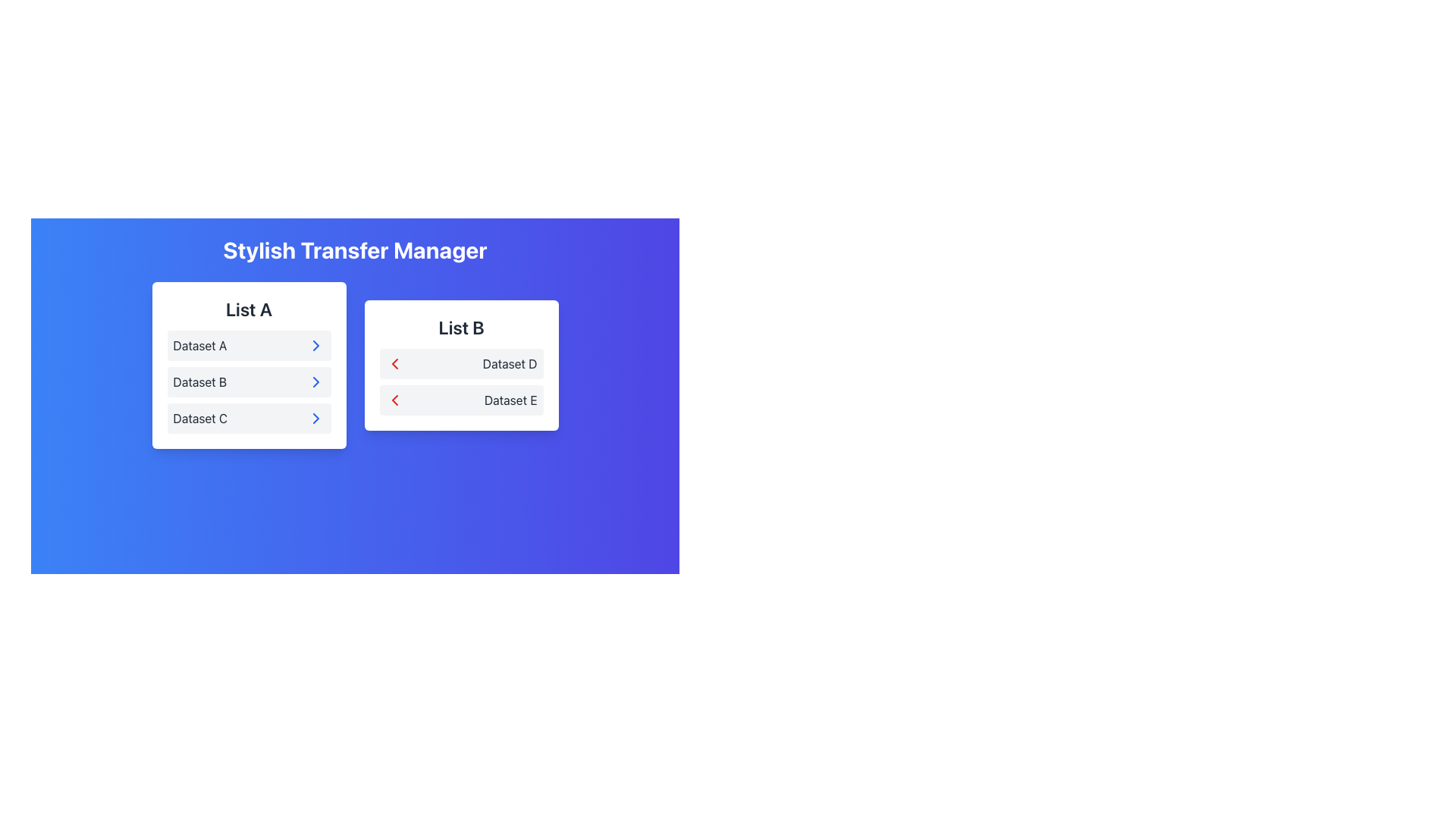  What do you see at coordinates (249, 345) in the screenshot?
I see `the first list item labeled 'Dataset A' in the vertical list of 'List A'` at bounding box center [249, 345].